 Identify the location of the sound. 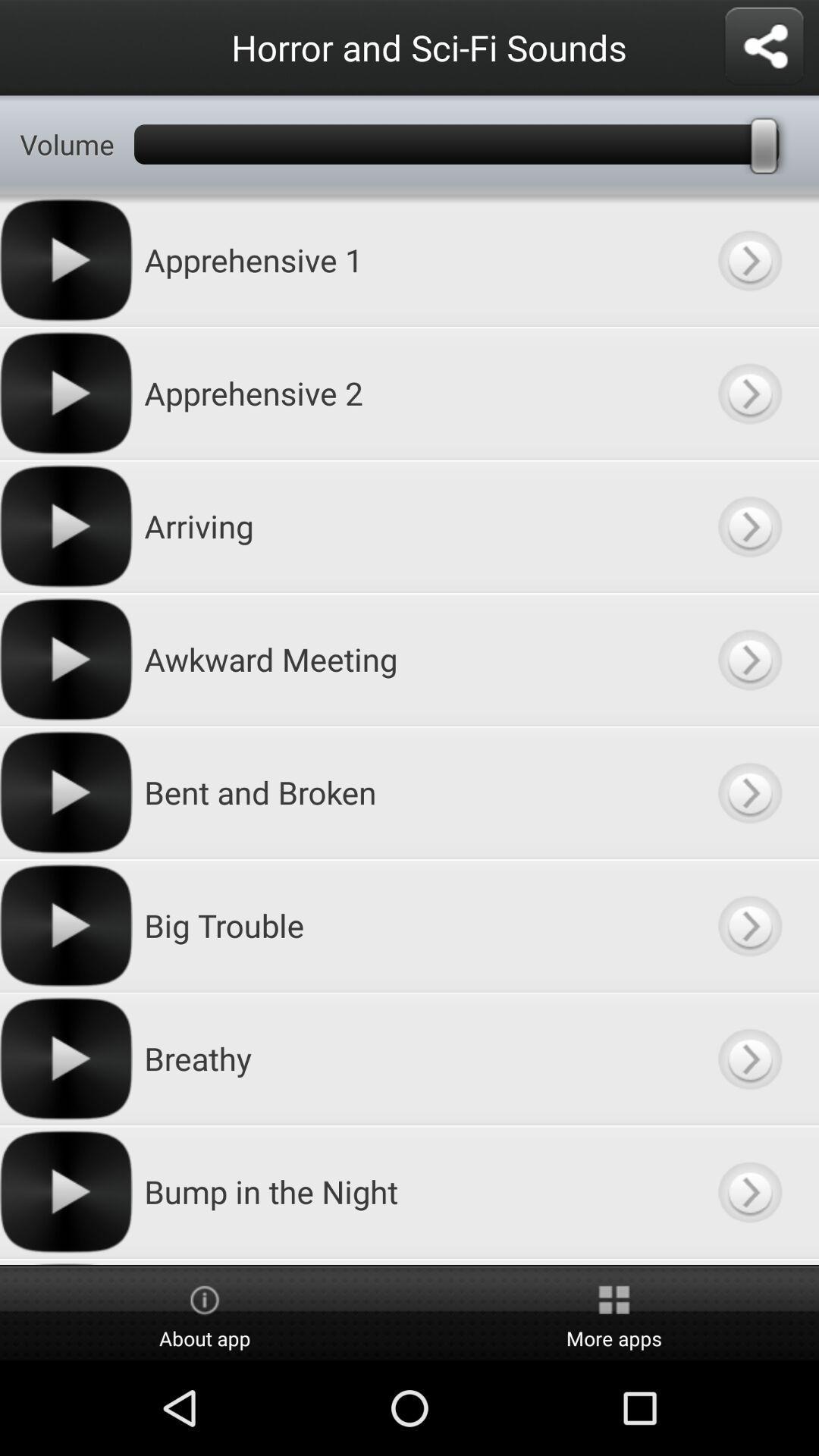
(748, 924).